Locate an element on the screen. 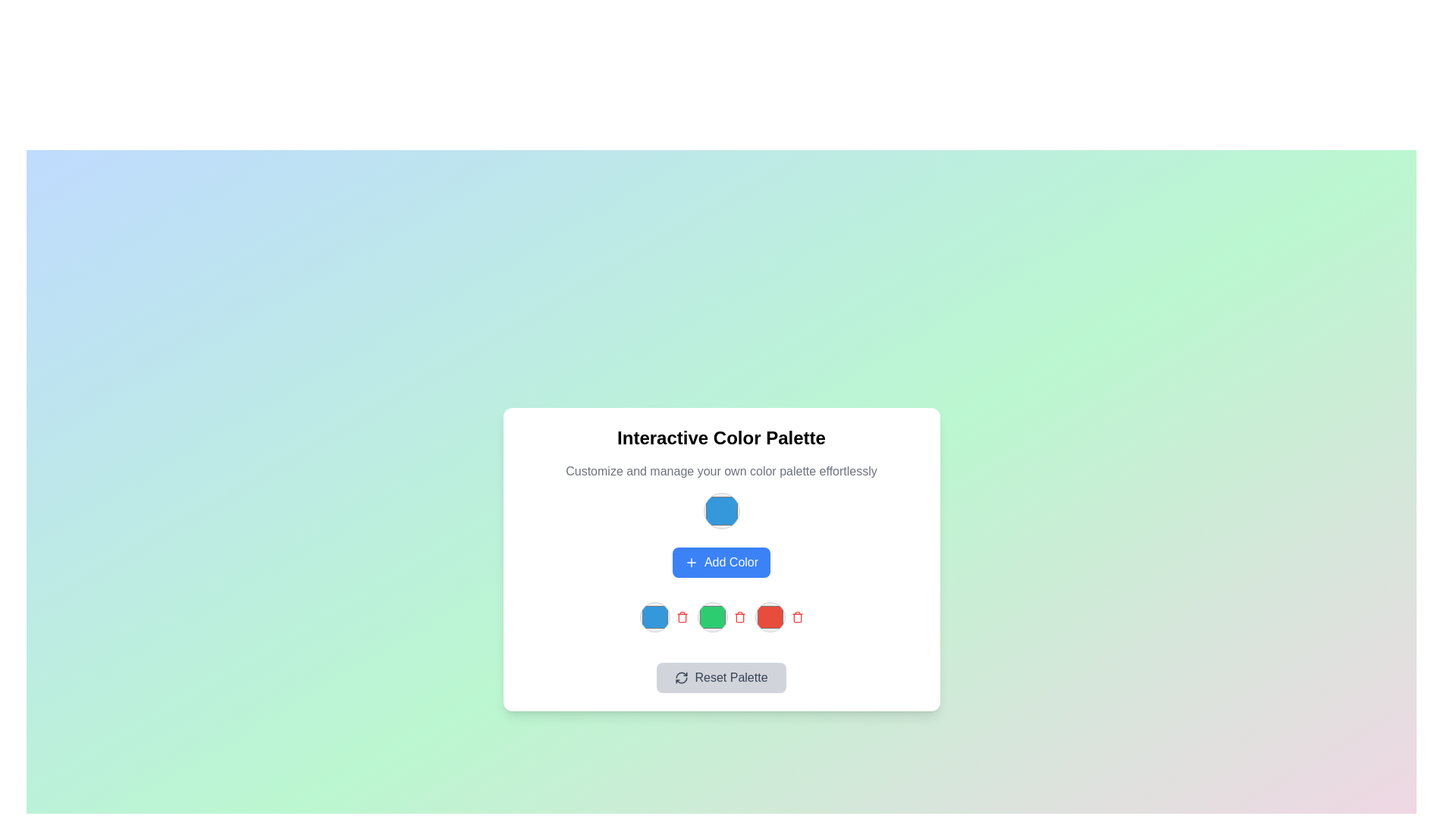 Image resolution: width=1456 pixels, height=819 pixels. the second color option button in the palette customization interface is located at coordinates (711, 617).